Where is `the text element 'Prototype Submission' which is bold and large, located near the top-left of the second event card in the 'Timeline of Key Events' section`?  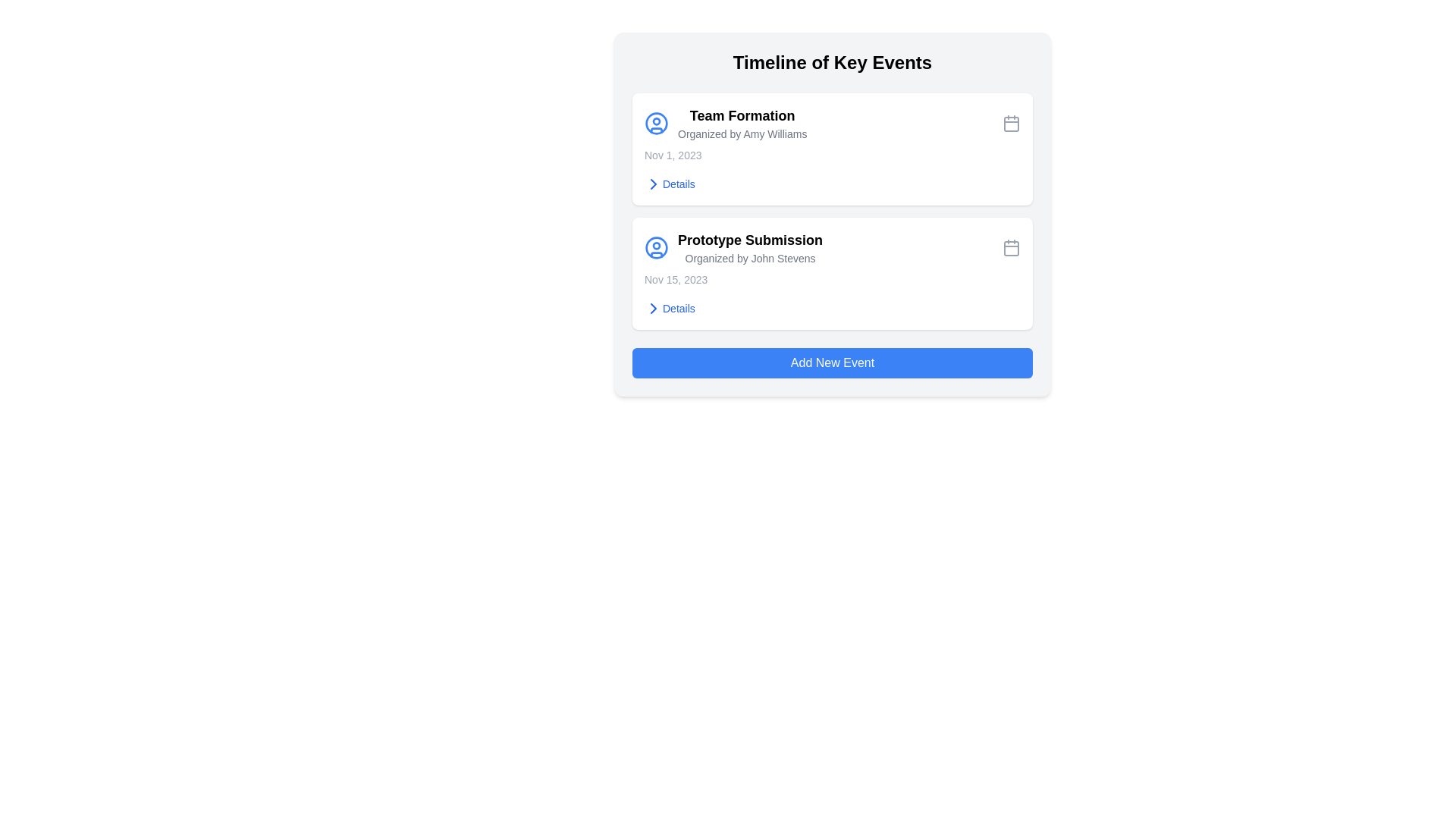
the text element 'Prototype Submission' which is bold and large, located near the top-left of the second event card in the 'Timeline of Key Events' section is located at coordinates (750, 239).